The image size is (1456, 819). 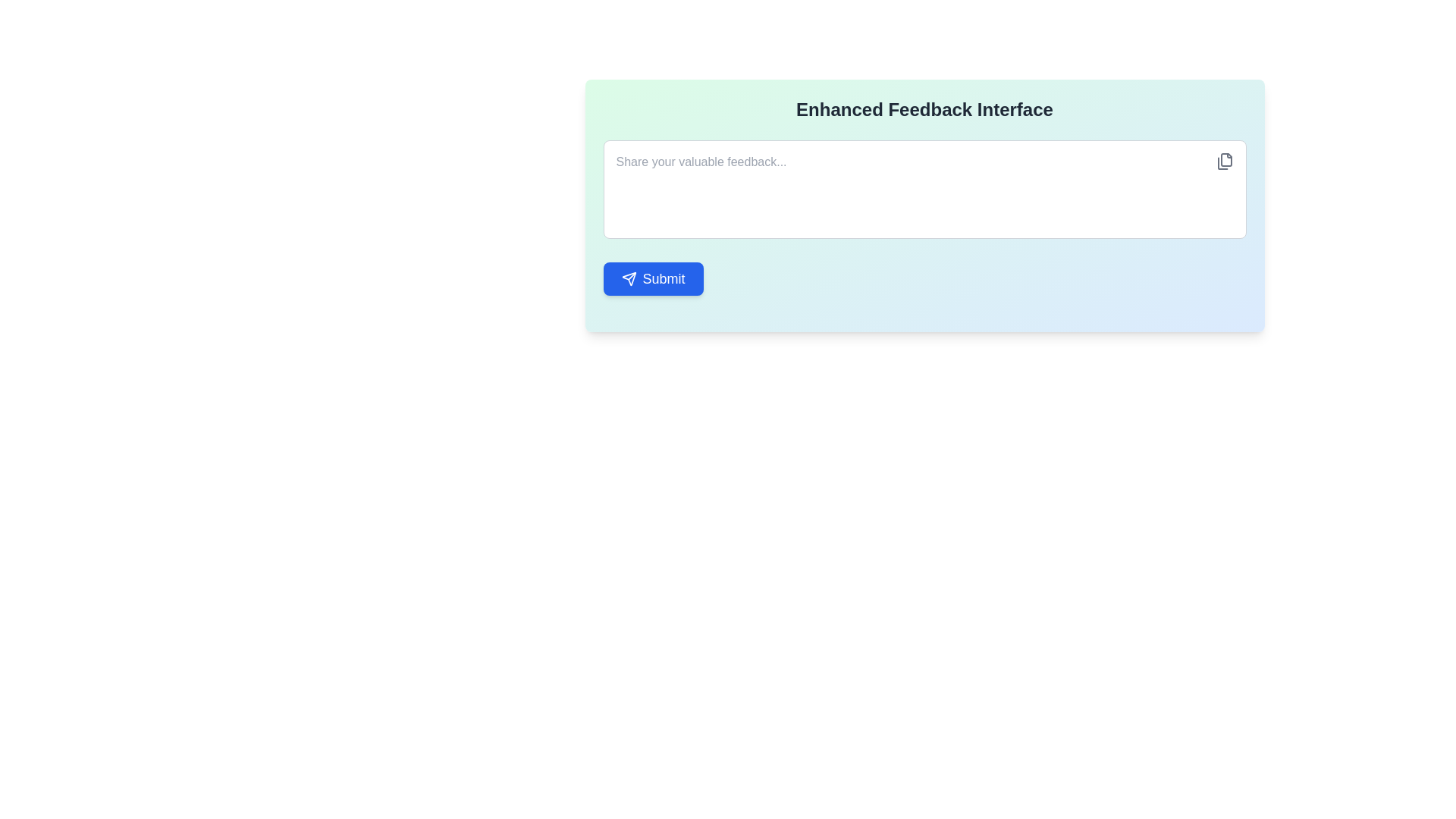 What do you see at coordinates (653, 278) in the screenshot?
I see `the 'Submit' button, which is a rectangular button with a blue background and white text, located at the bottom left of the feedback form interface` at bounding box center [653, 278].